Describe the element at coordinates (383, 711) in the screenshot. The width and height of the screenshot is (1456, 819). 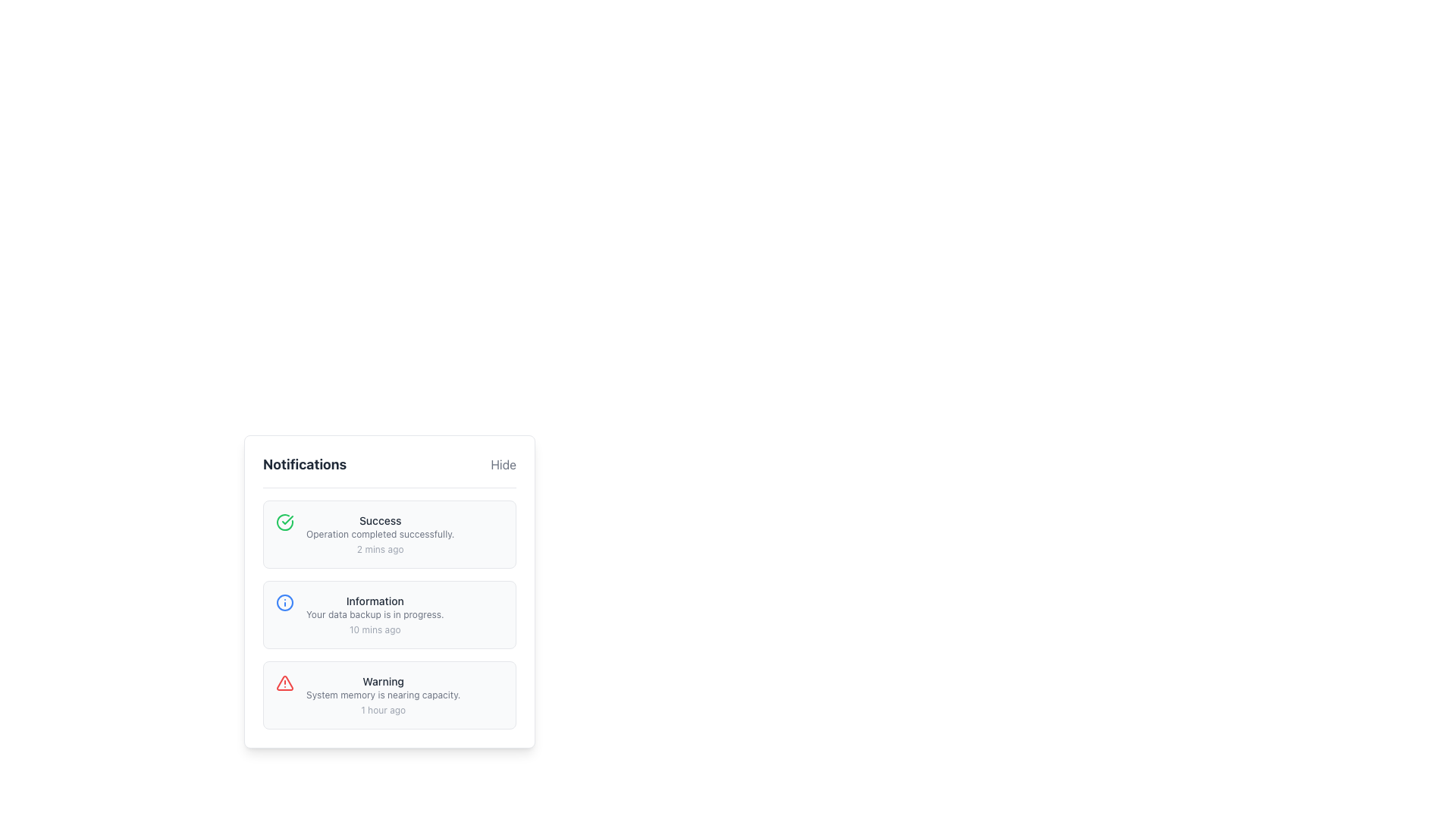
I see `the text label displaying '1 hour ago' in a small, gray font, located at the bottom of the notification block below the 'Warning' title and the message 'System memory is nearing capacity.'` at that location.